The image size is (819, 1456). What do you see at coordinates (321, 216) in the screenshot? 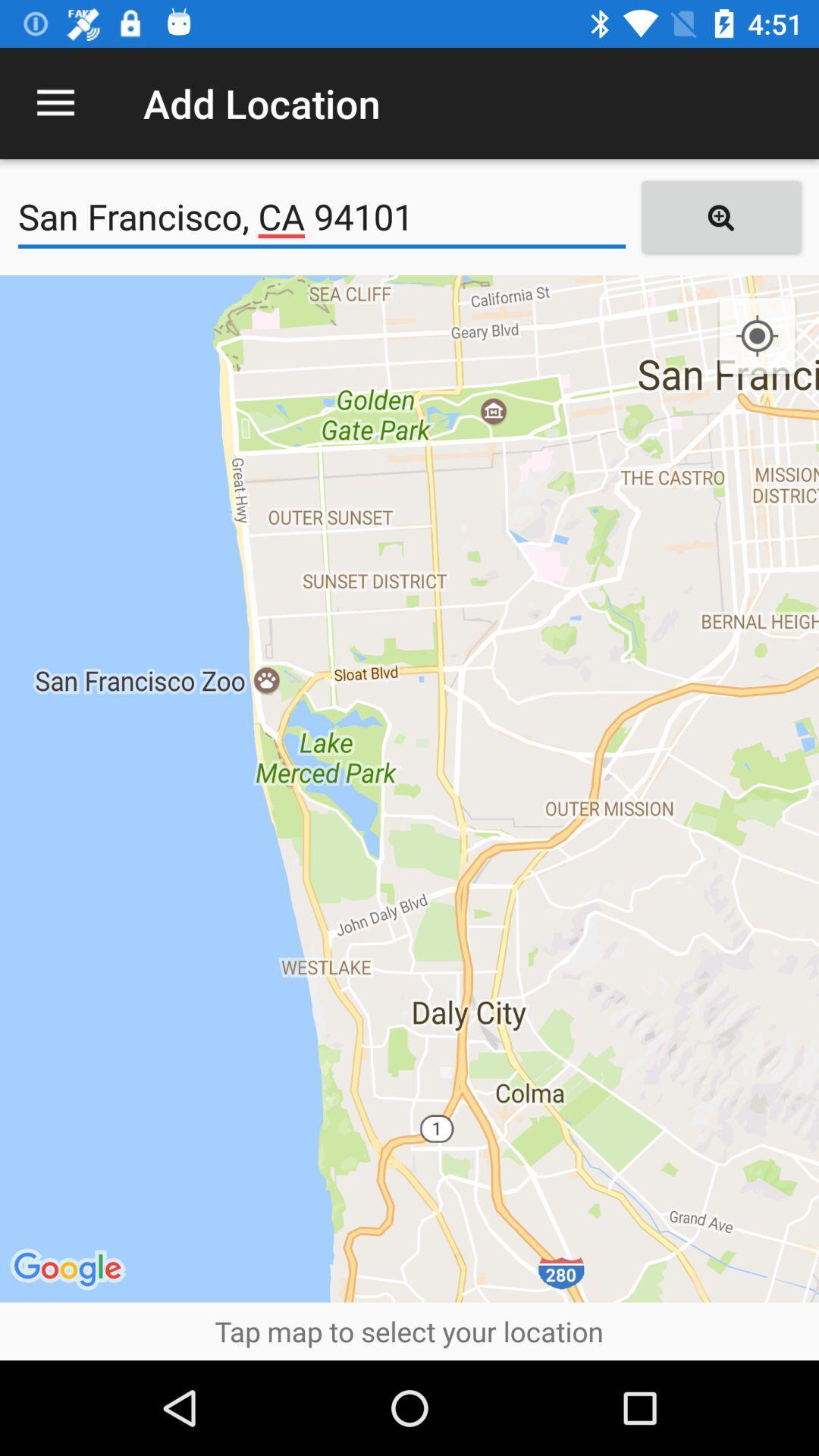
I see `san francisco ca icon` at bounding box center [321, 216].